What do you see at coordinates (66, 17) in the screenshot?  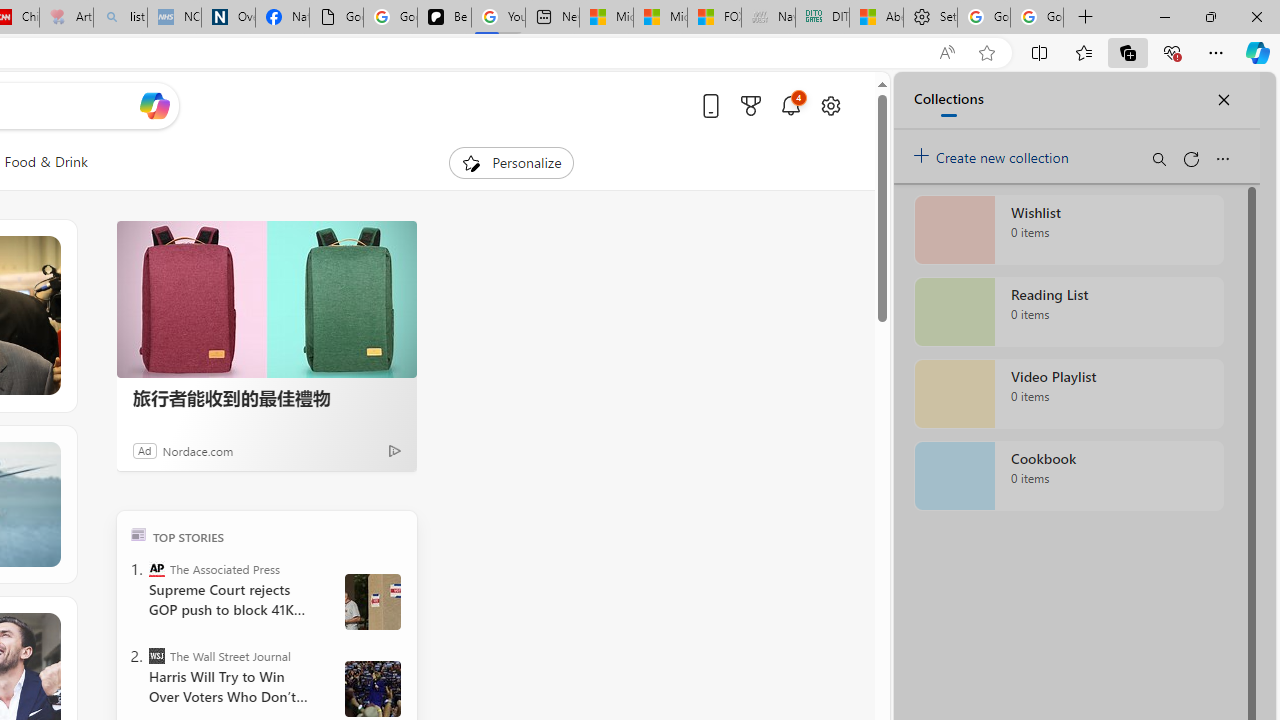 I see `'Arthritis: Ask Health Professionals - Sleeping'` at bounding box center [66, 17].